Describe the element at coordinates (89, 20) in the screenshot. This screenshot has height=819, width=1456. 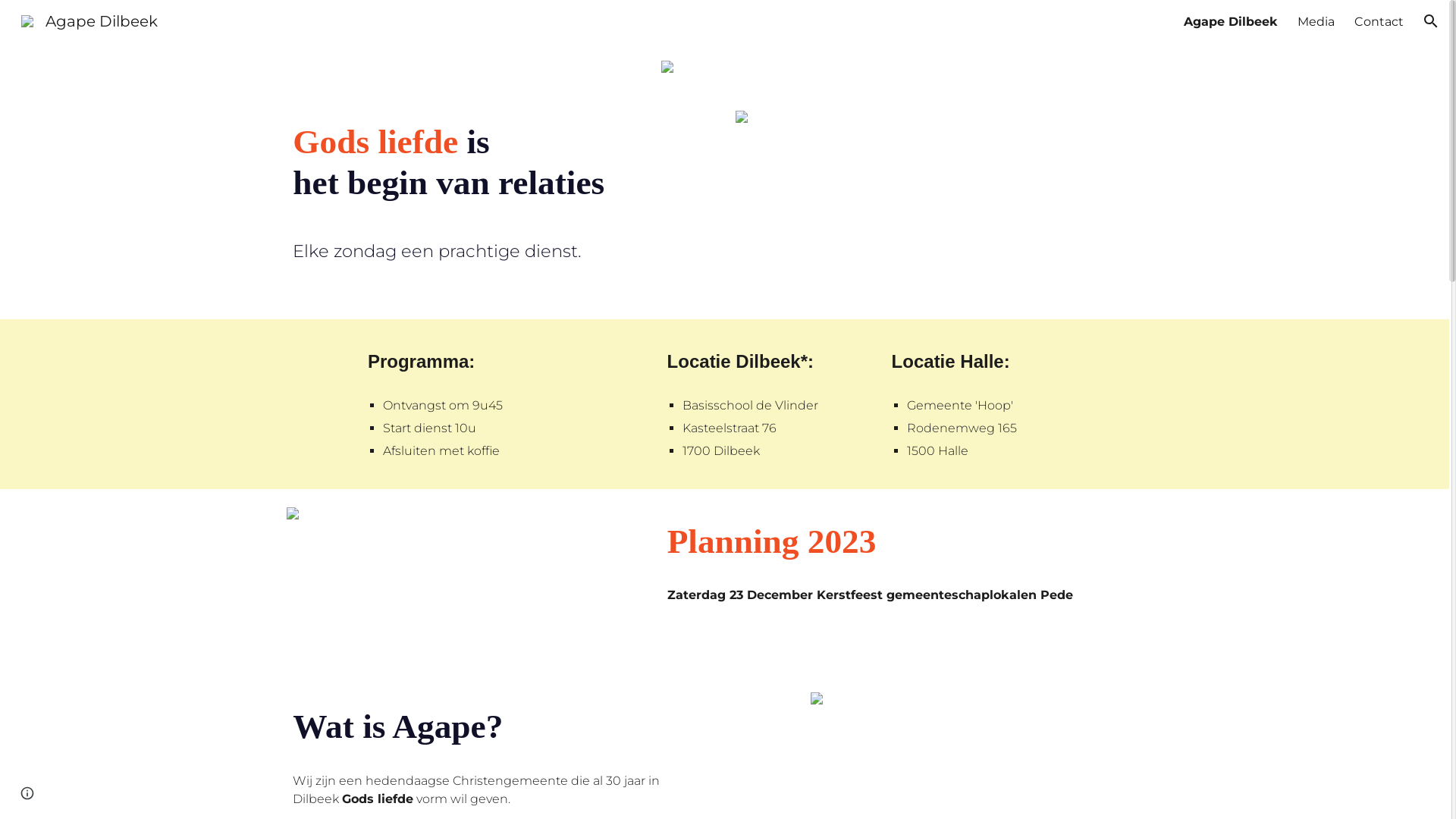
I see `'Agape Dilbeek'` at that location.